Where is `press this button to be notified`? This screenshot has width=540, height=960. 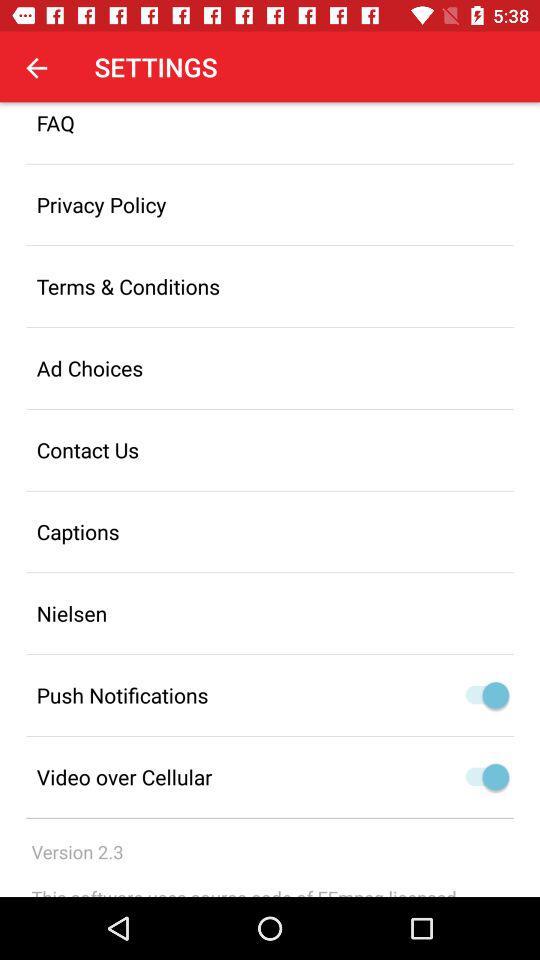 press this button to be notified is located at coordinates (494, 695).